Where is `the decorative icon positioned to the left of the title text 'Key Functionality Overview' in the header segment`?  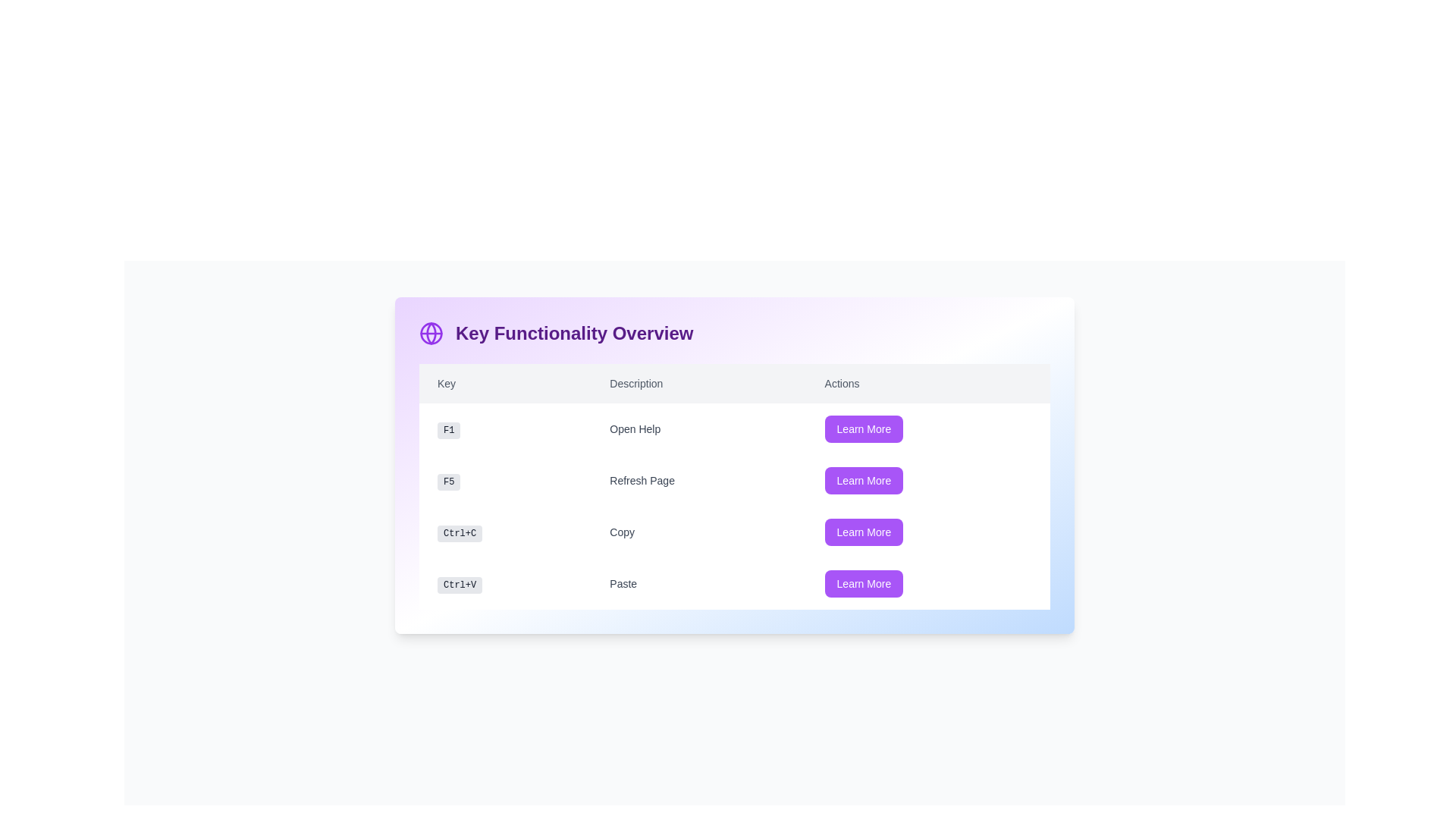 the decorative icon positioned to the left of the title text 'Key Functionality Overview' in the header segment is located at coordinates (431, 332).